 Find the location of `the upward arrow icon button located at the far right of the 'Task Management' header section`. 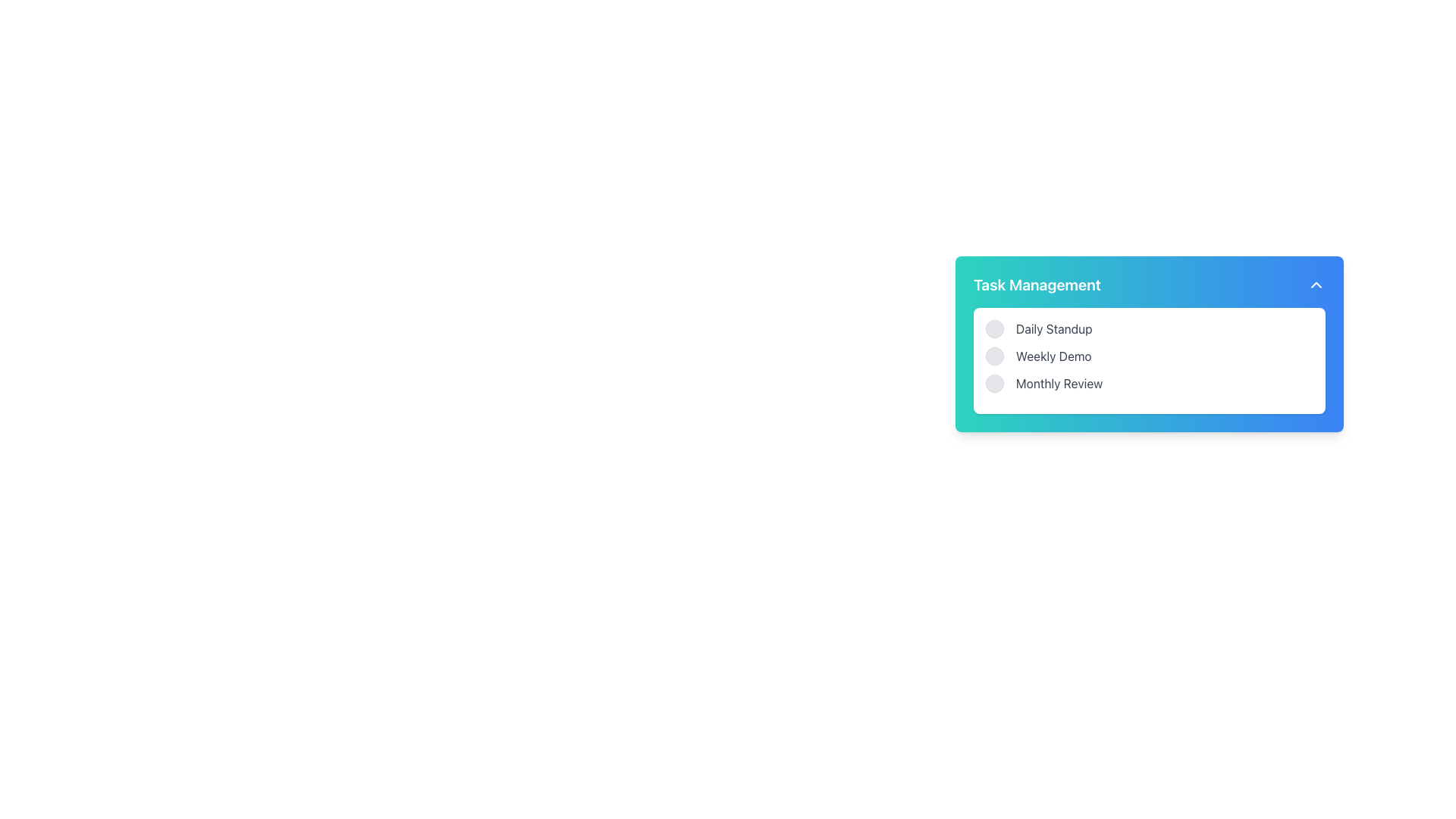

the upward arrow icon button located at the far right of the 'Task Management' header section is located at coordinates (1316, 284).